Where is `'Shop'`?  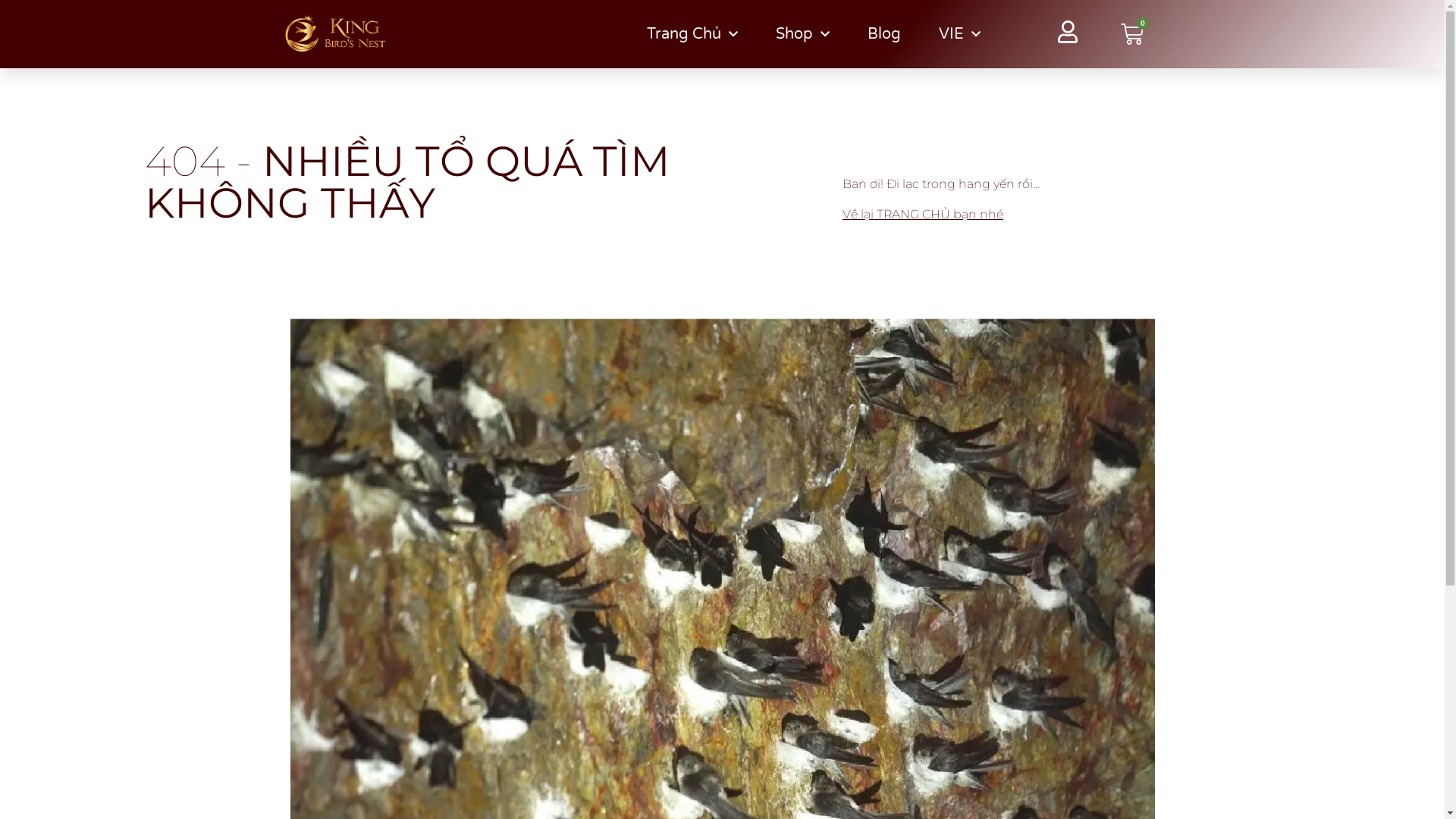
'Shop' is located at coordinates (801, 34).